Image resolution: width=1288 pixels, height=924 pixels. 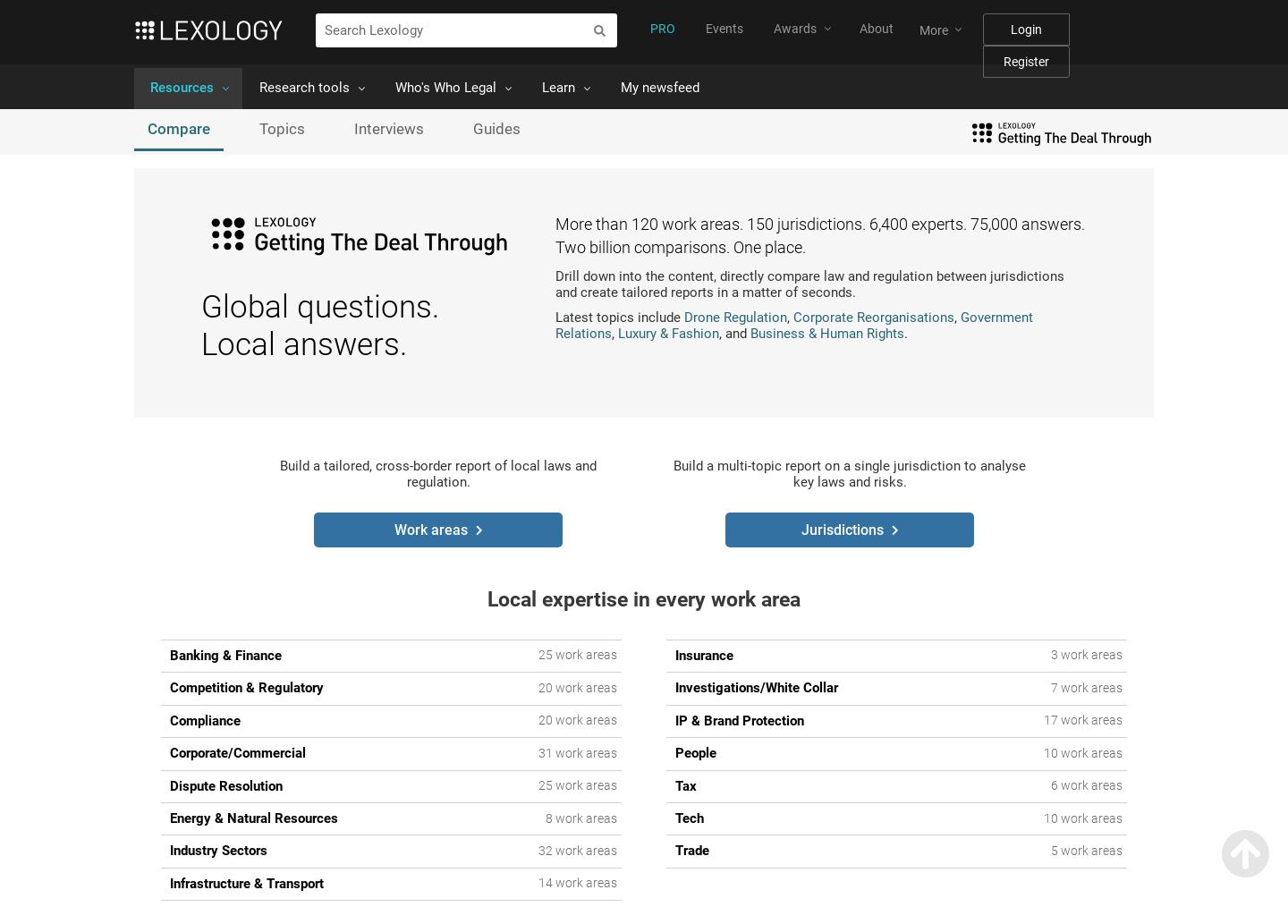 What do you see at coordinates (849, 473) in the screenshot?
I see `'Build a multi-topic report on a single jurisdiction to analyse key laws and risks.'` at bounding box center [849, 473].